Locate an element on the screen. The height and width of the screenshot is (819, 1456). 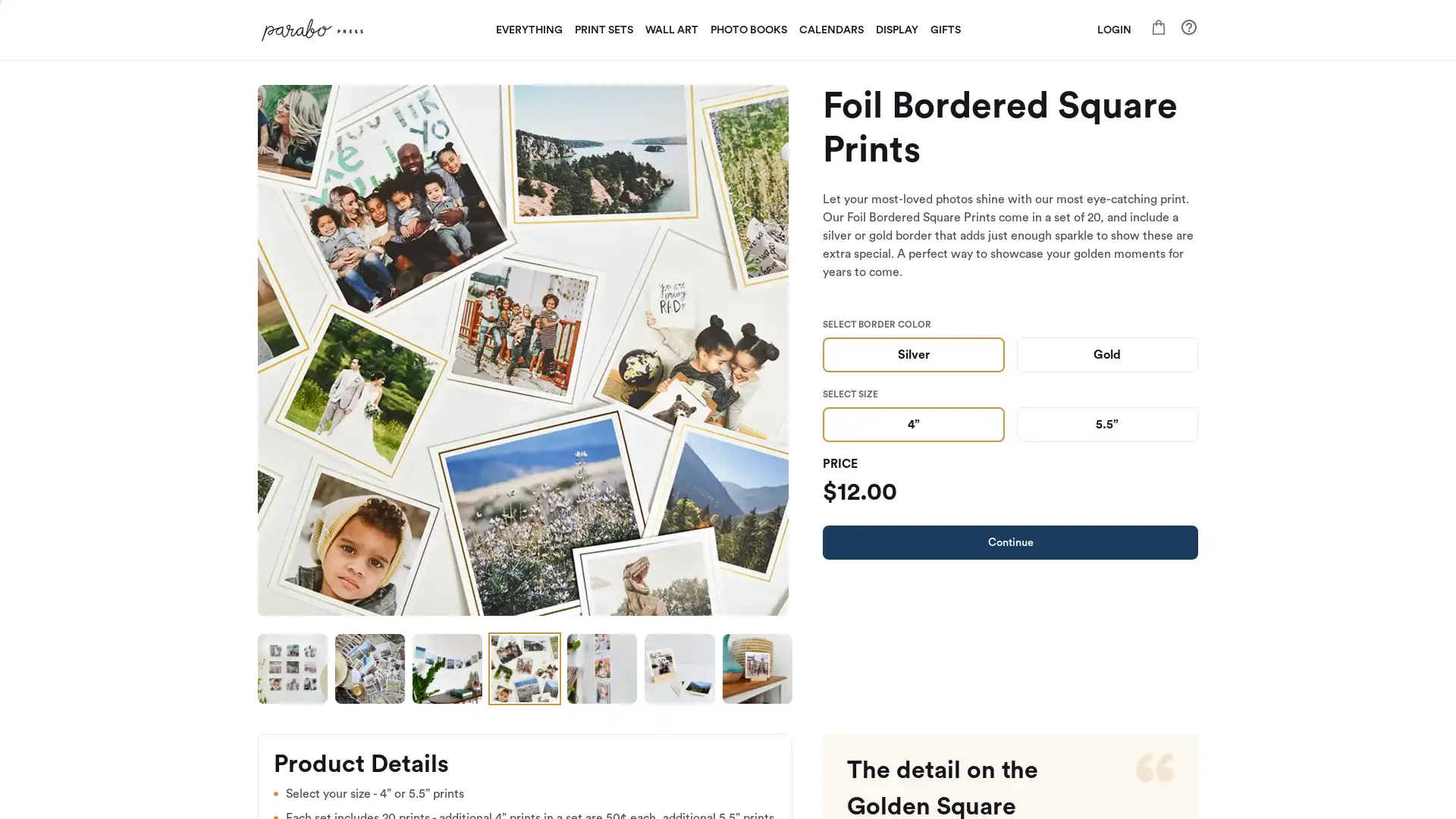
subscribe is located at coordinates (833, 584).